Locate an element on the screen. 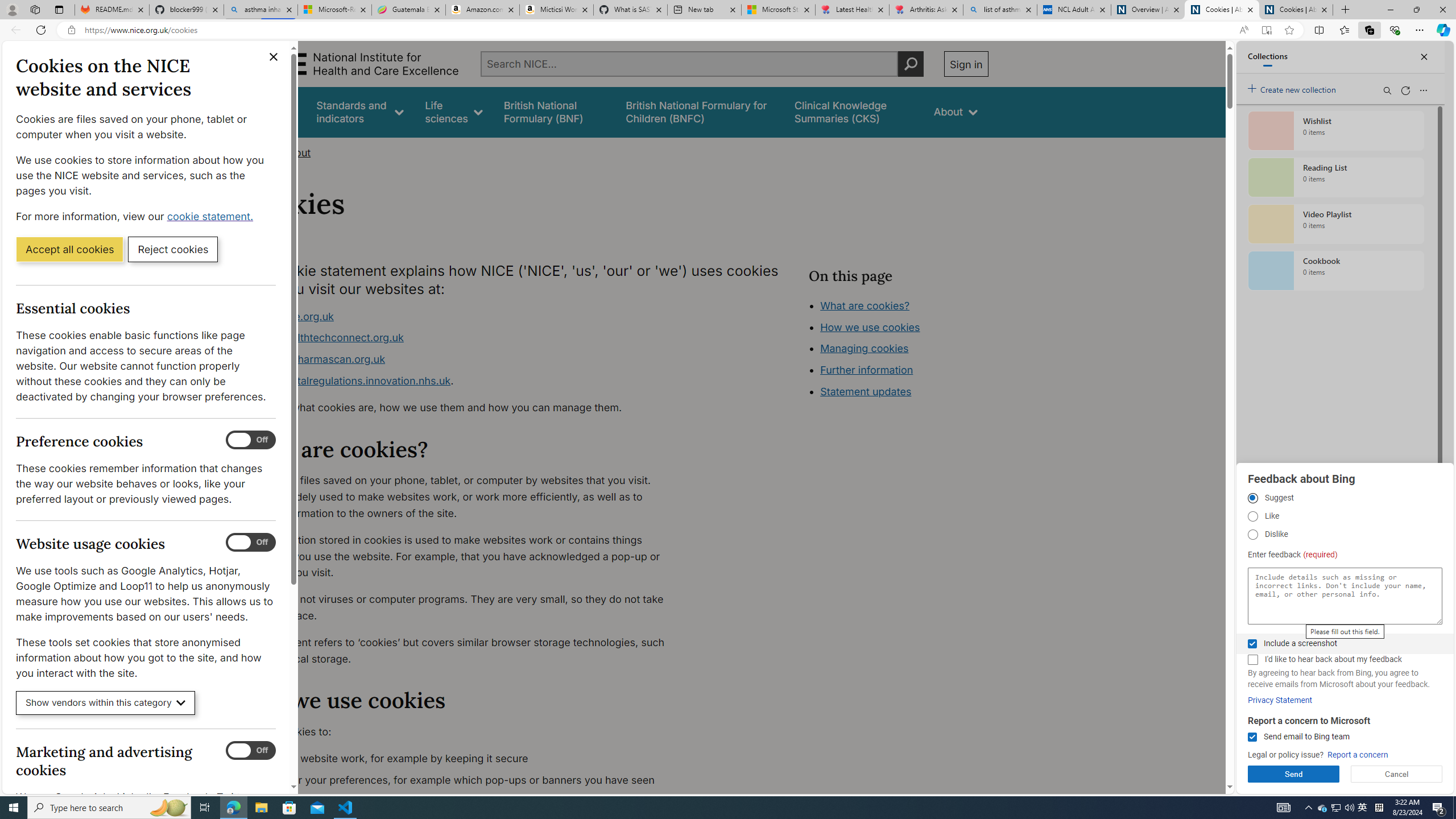 This screenshot has height=819, width=1456. 'Accept all cookies' is located at coordinates (69, 248).